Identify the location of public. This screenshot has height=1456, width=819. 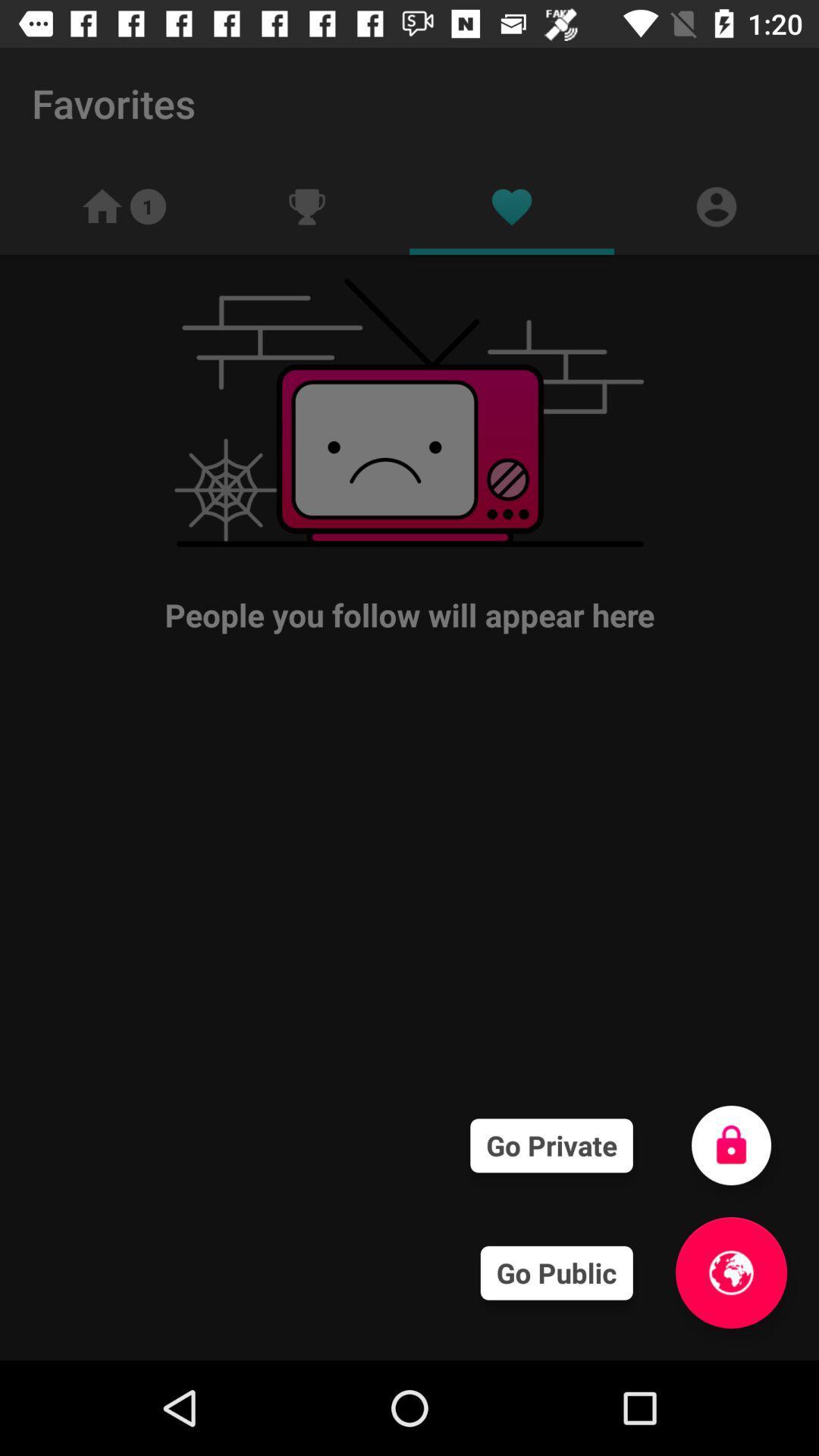
(730, 1272).